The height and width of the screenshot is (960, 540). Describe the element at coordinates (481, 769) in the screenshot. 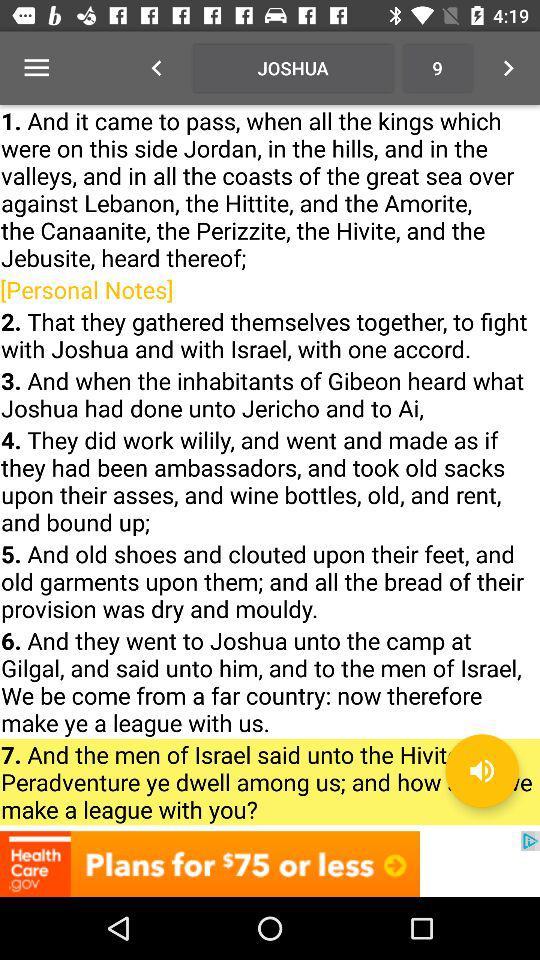

I see `the volume icon` at that location.